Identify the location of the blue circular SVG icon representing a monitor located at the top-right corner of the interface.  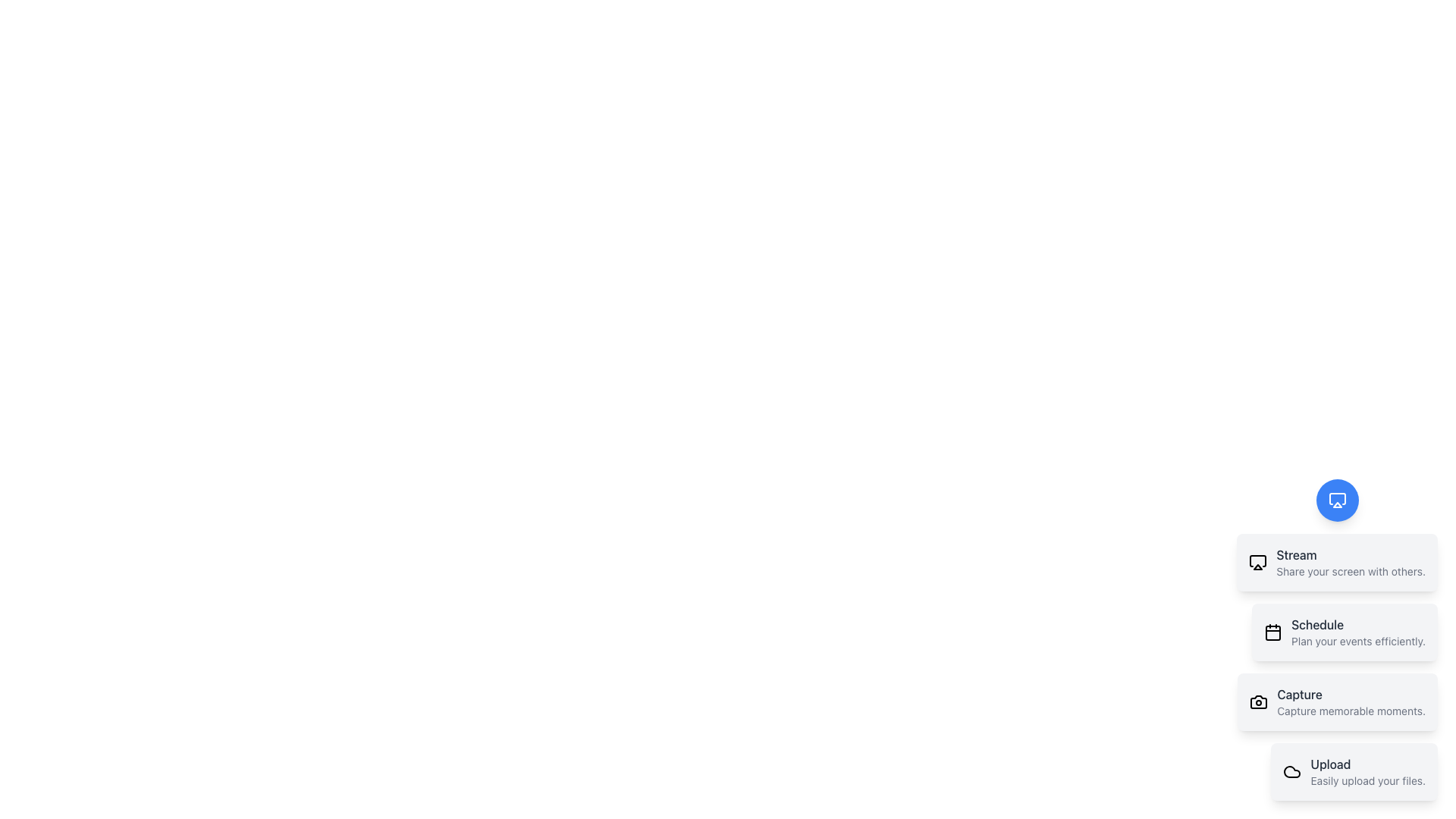
(1337, 500).